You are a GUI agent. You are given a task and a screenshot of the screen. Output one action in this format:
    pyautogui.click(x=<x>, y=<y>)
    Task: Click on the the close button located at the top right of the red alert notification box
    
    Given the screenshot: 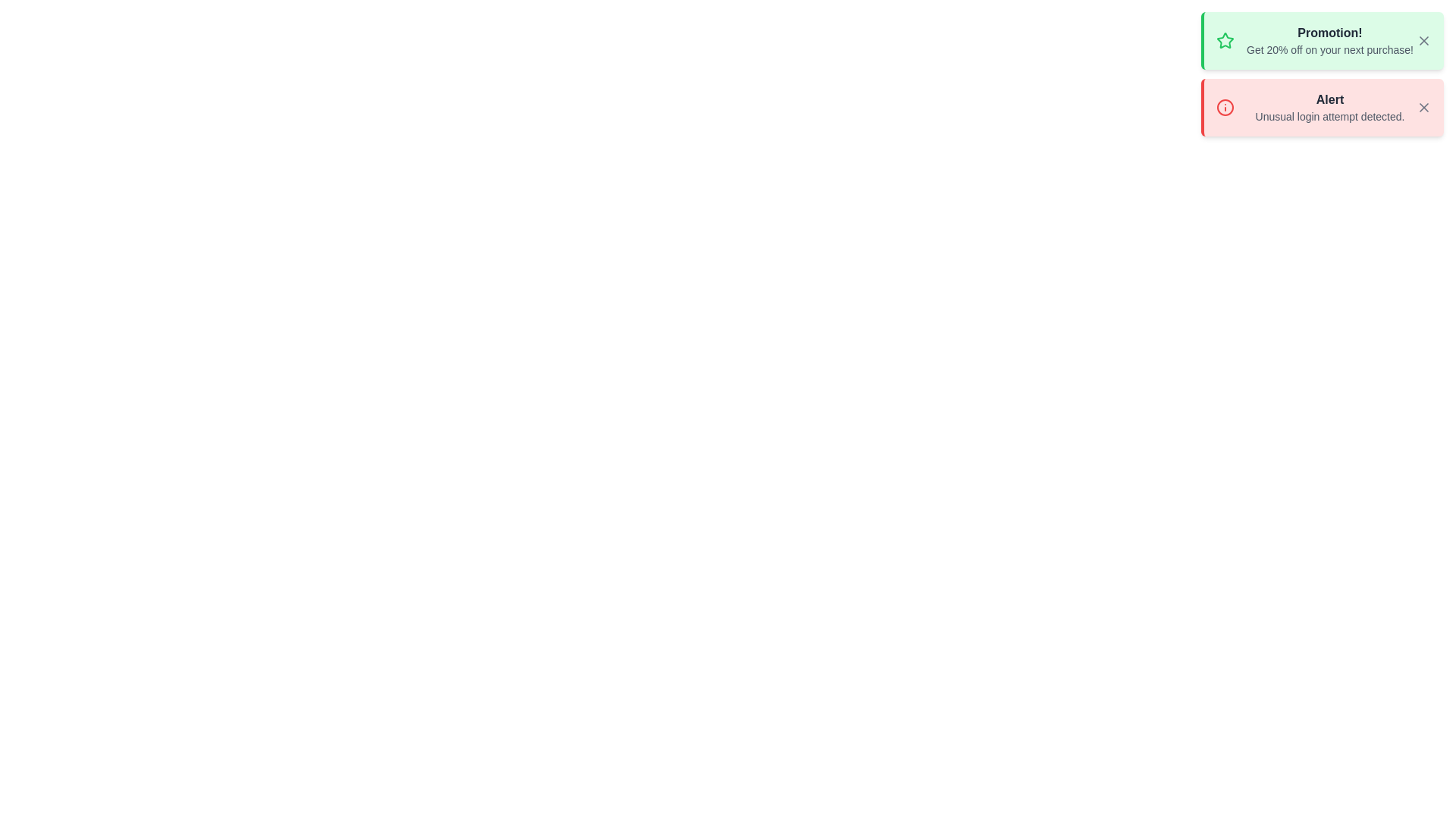 What is the action you would take?
    pyautogui.click(x=1423, y=107)
    